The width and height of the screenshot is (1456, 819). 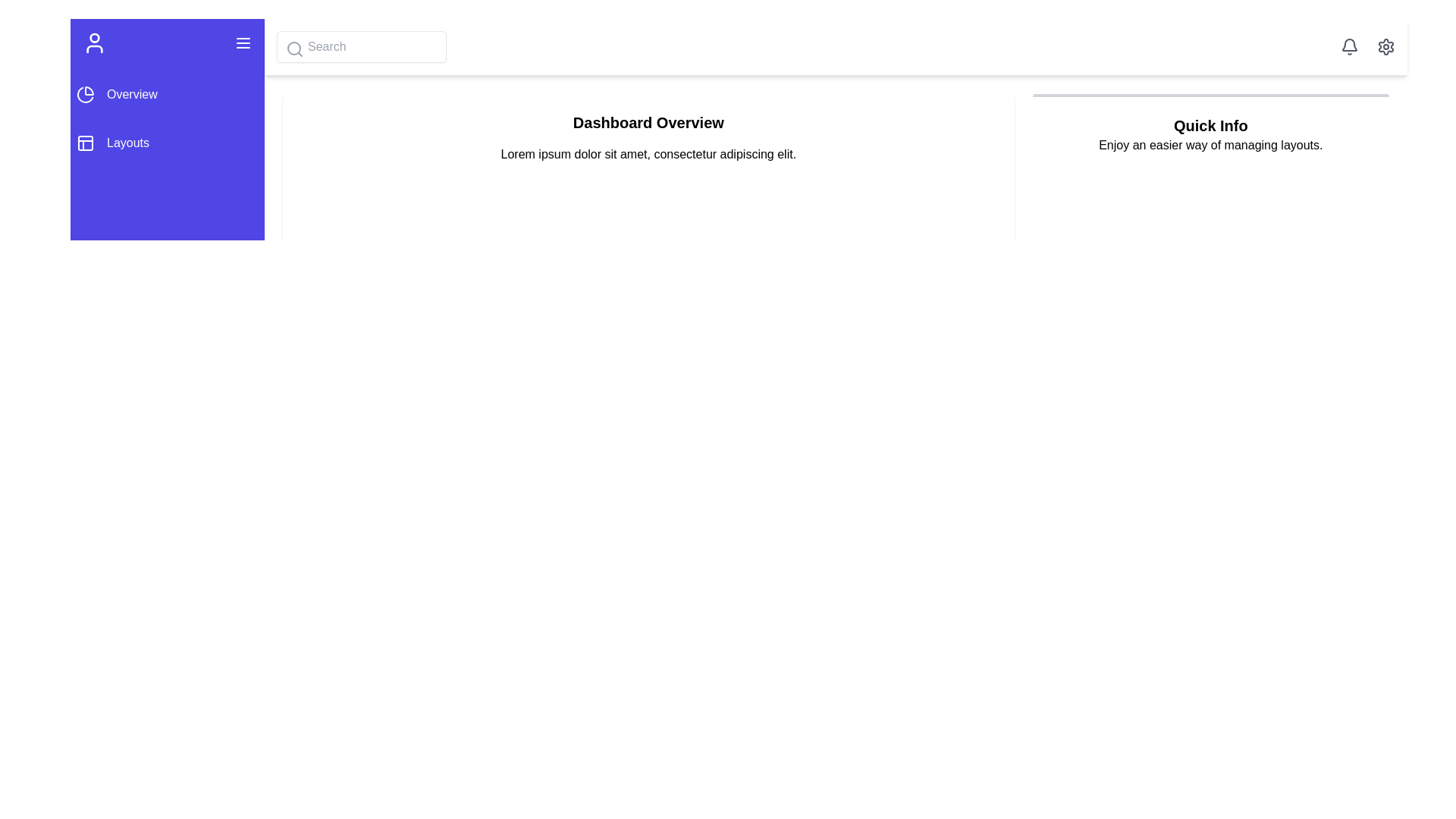 I want to click on the bell icon located at the top-right corner of the interface, so click(x=1350, y=45).